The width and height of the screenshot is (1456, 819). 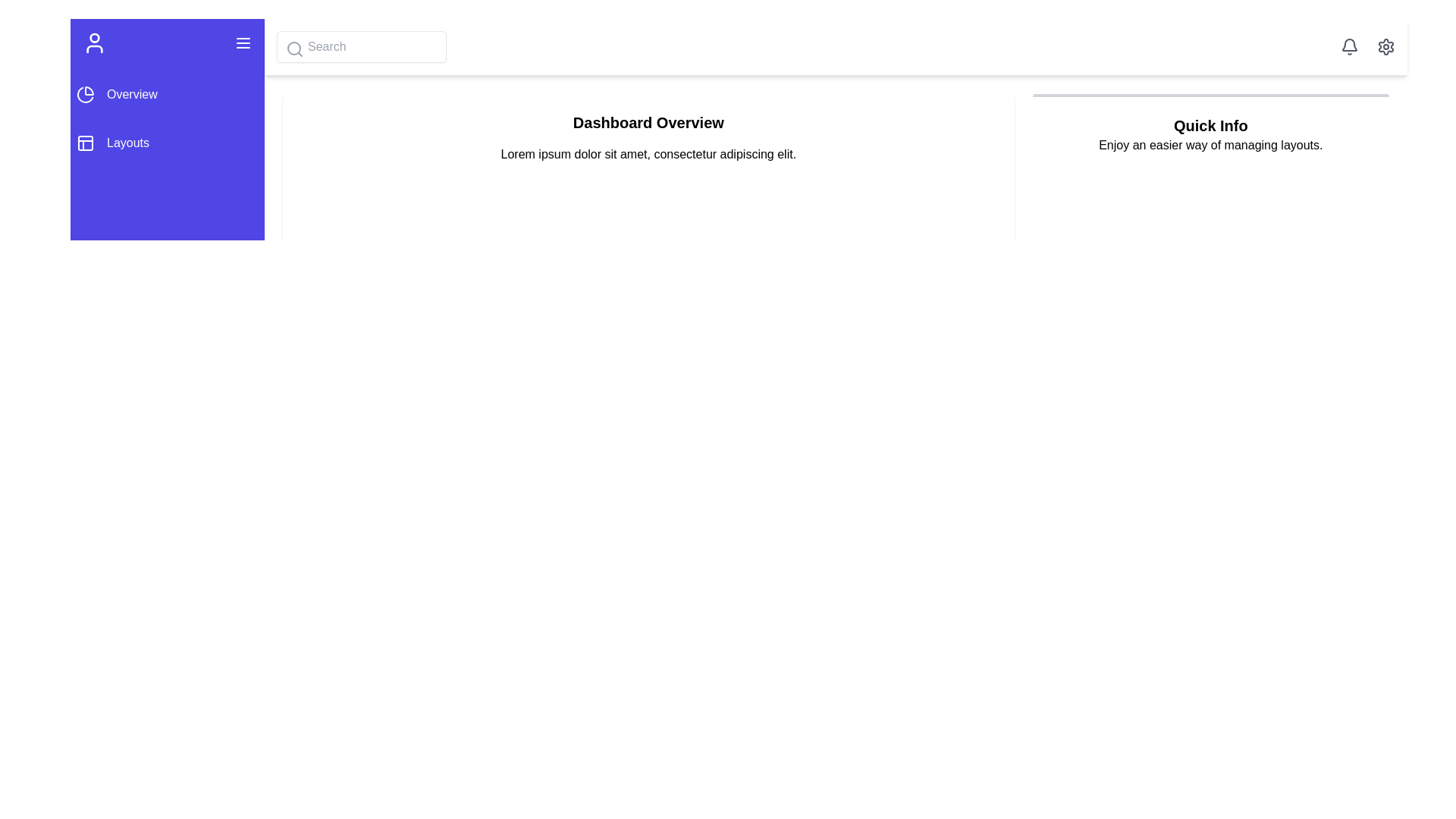 I want to click on the bell icon located at the top-right corner of the interface, so click(x=1350, y=45).